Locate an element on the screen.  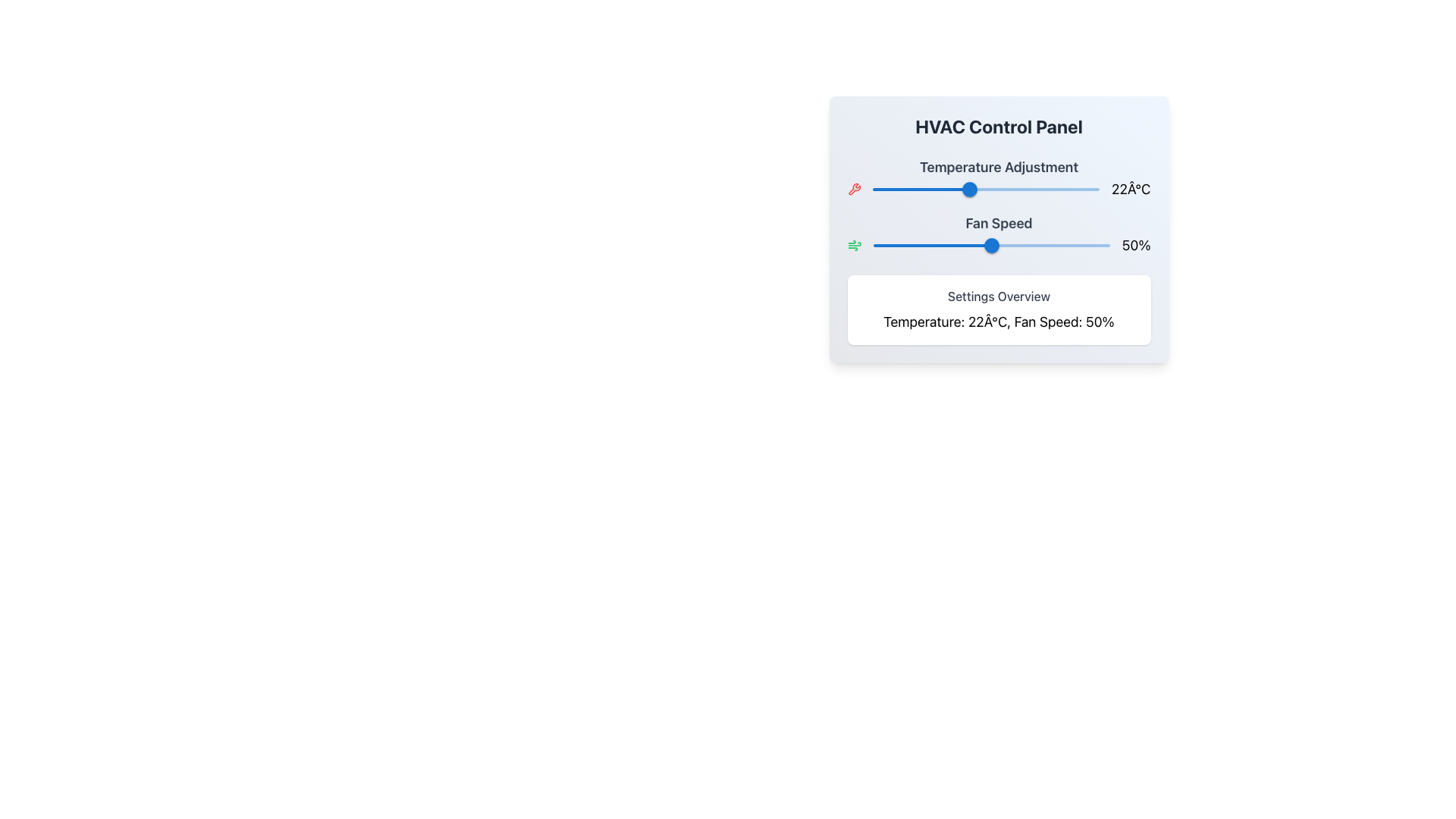
the slider value is located at coordinates (1105, 245).